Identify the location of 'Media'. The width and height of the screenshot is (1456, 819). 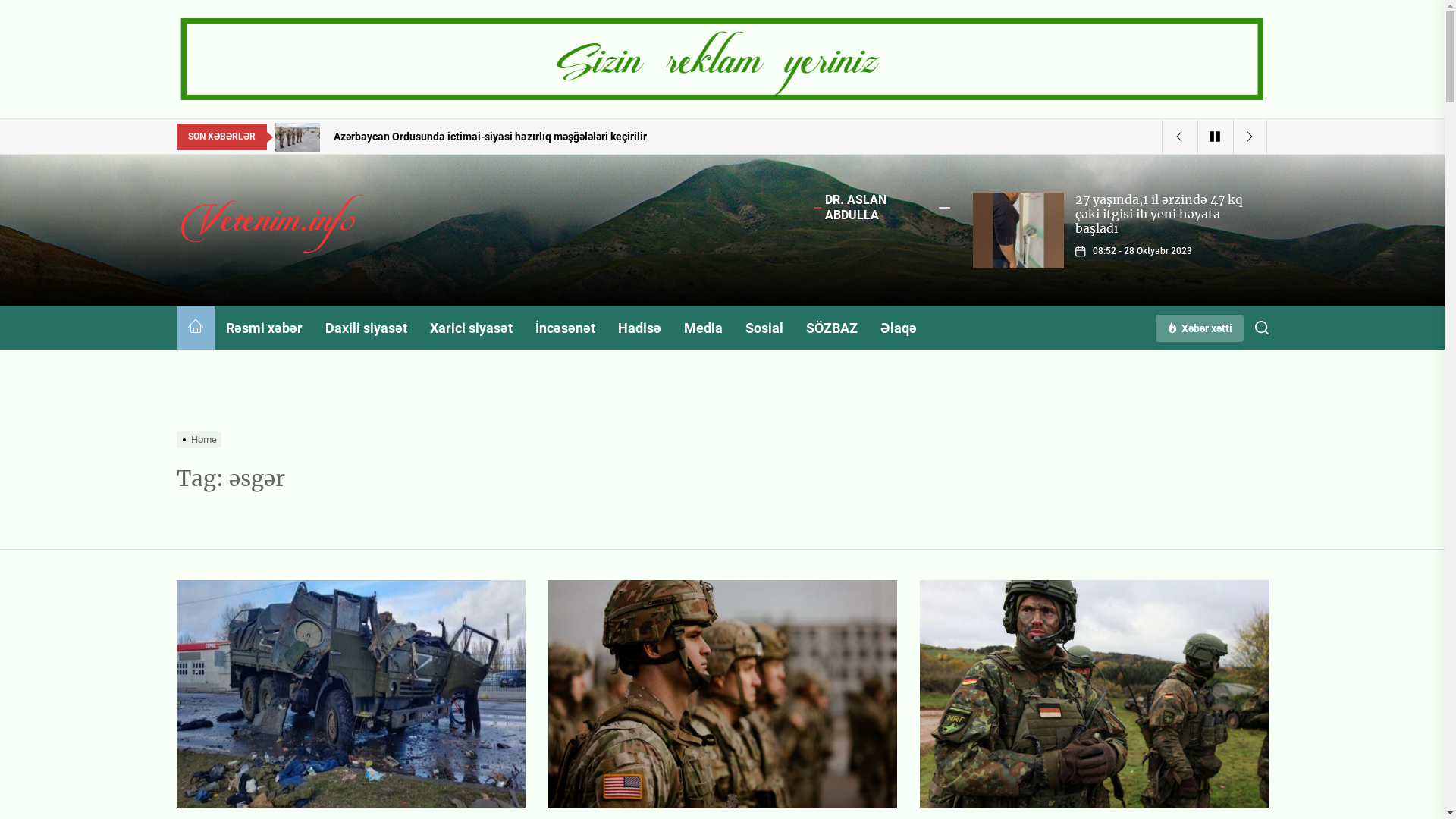
(701, 327).